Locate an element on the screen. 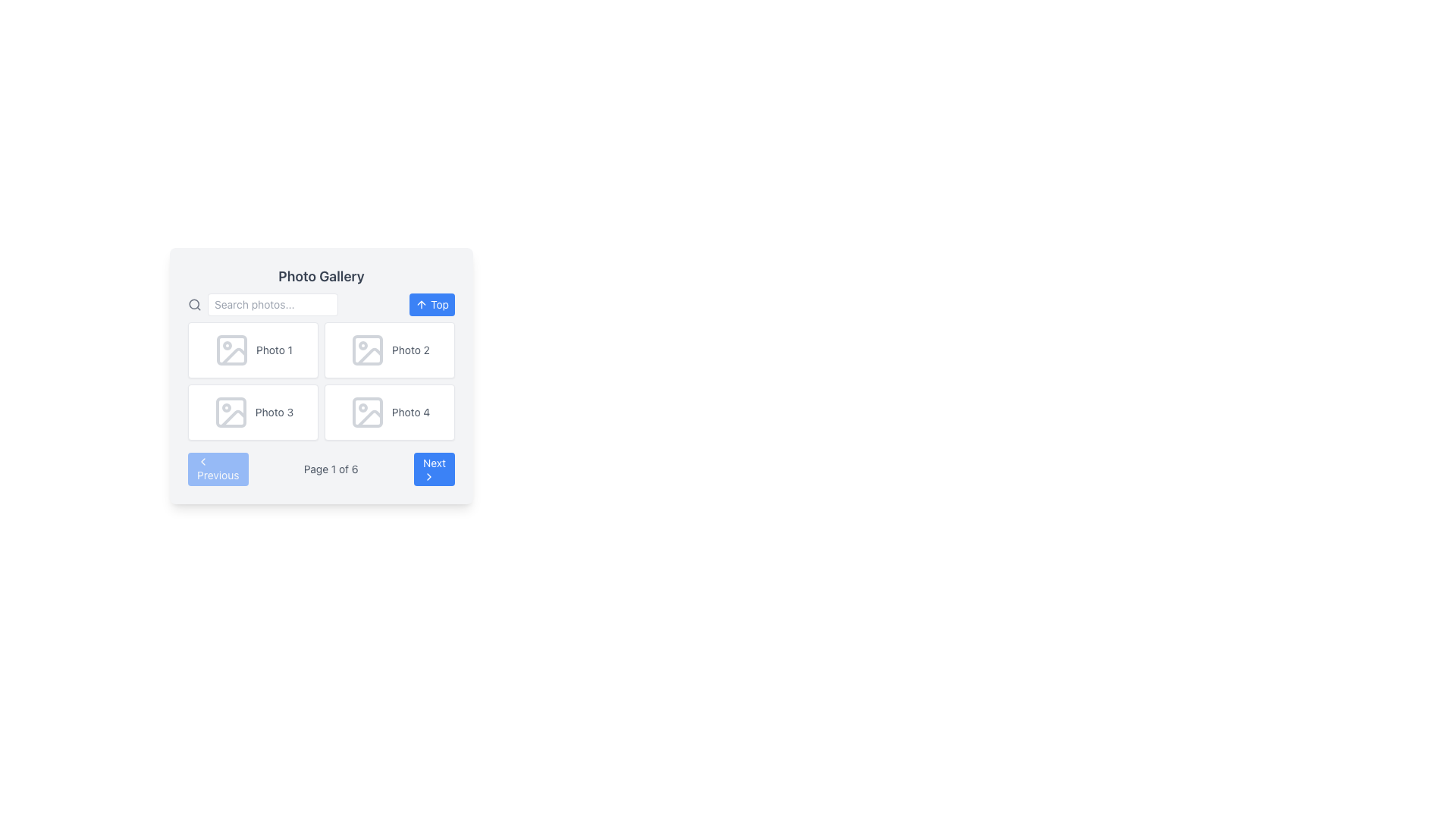 This screenshot has width=1456, height=819. the static text label indicating the current page number in the pagination control, located at the center lower part of the control is located at coordinates (330, 468).